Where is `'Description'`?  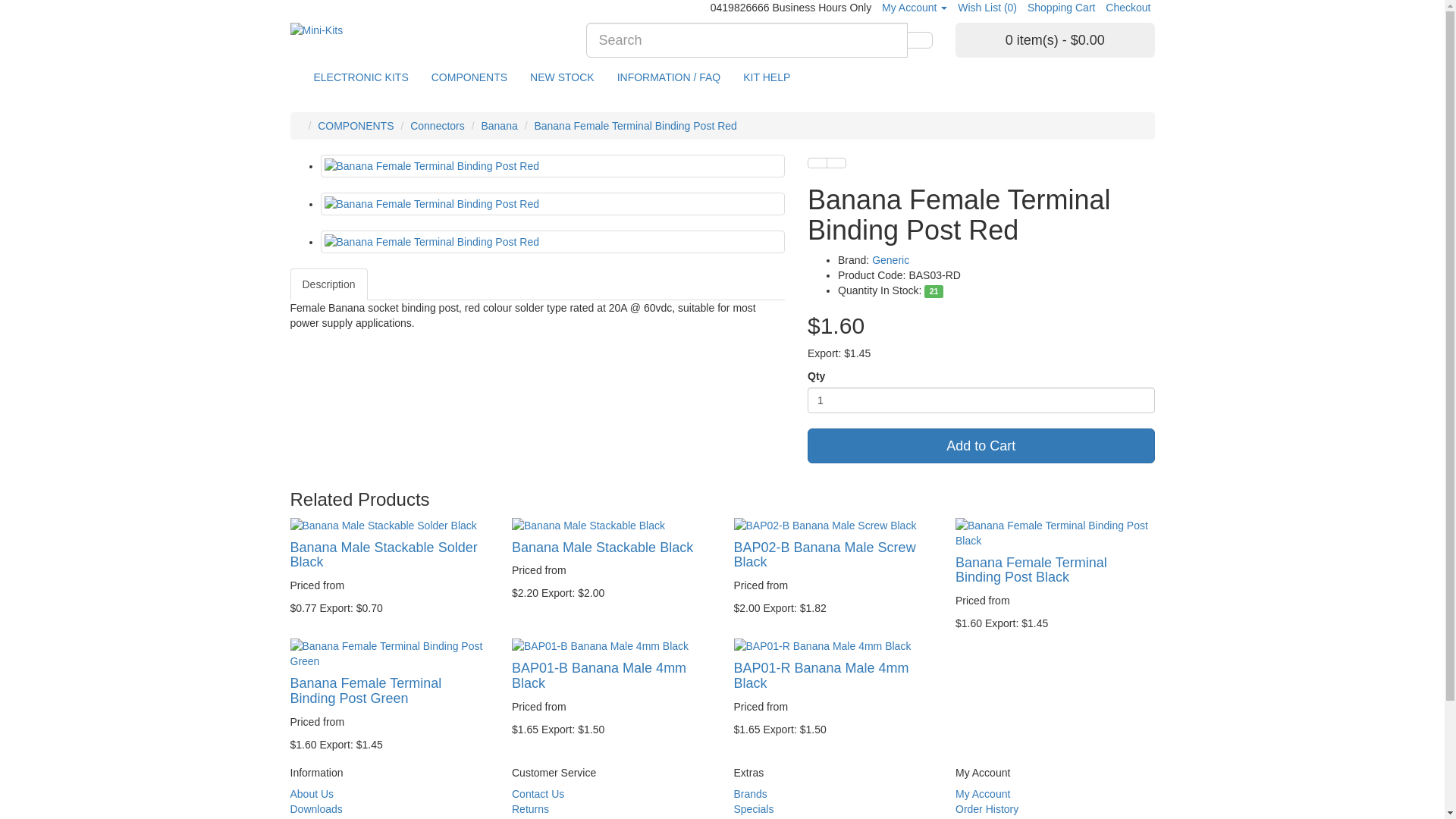 'Description' is located at coordinates (290, 284).